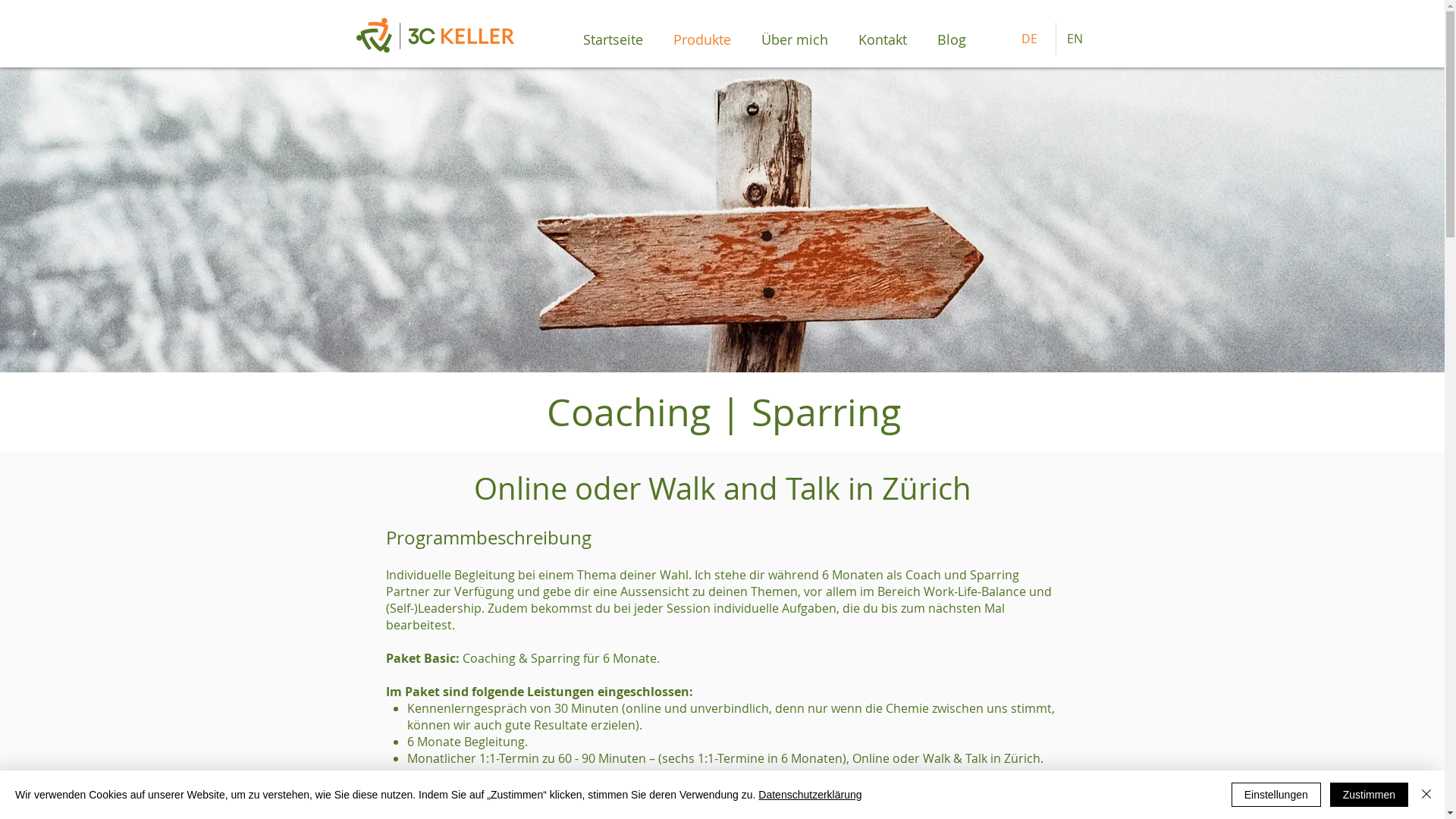  What do you see at coordinates (1276, 794) in the screenshot?
I see `'Einstellungen'` at bounding box center [1276, 794].